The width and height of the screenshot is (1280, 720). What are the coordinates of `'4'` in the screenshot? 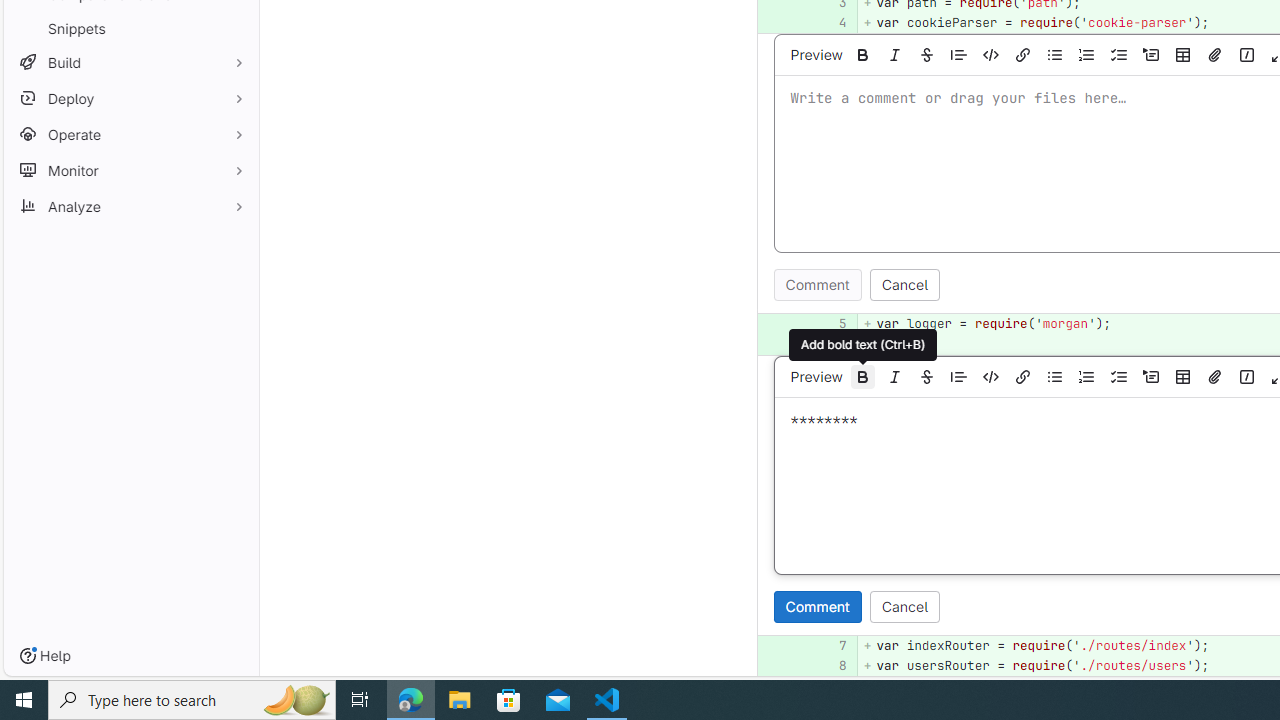 It's located at (829, 23).